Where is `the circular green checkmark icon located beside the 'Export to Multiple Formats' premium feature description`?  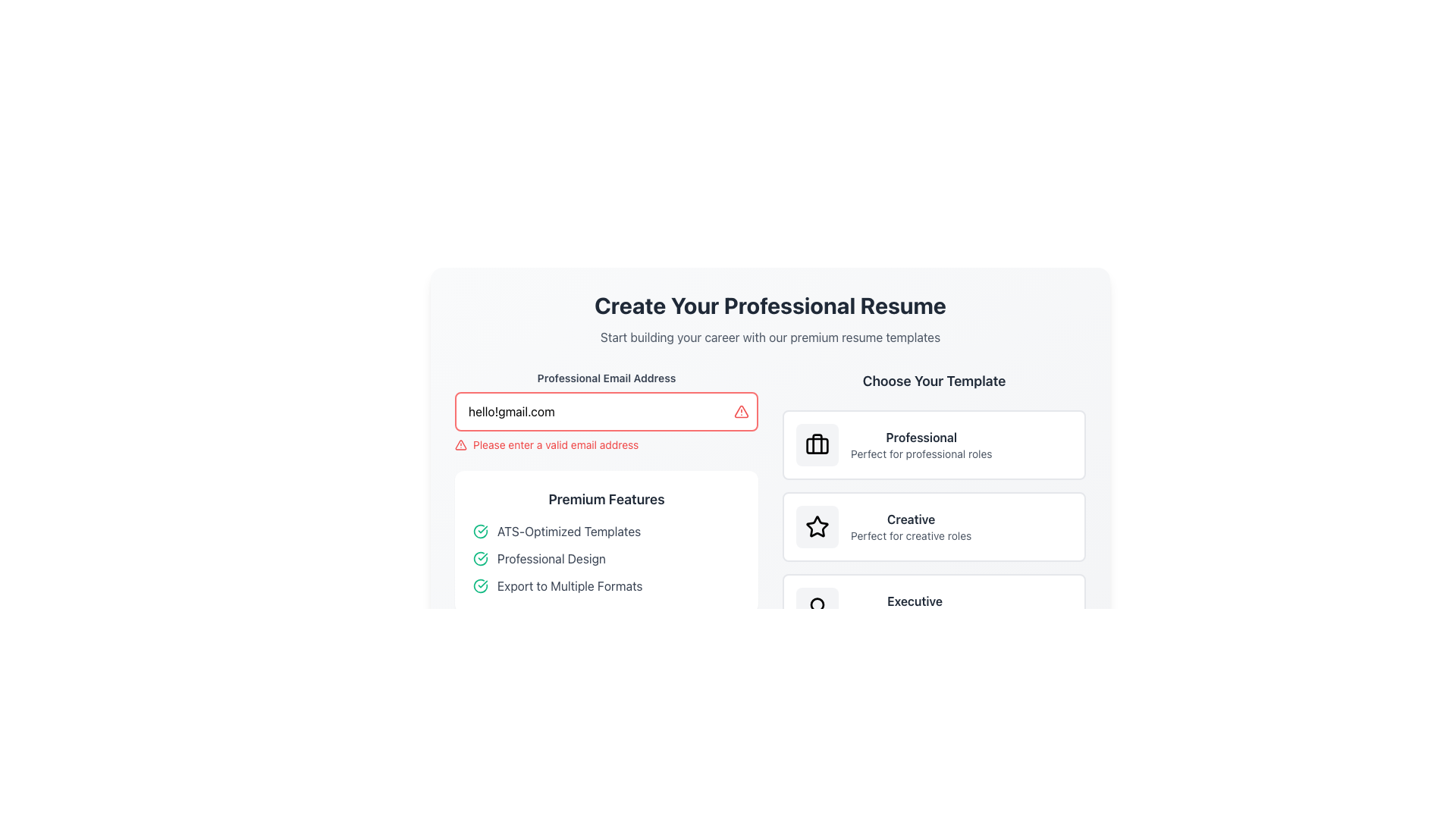 the circular green checkmark icon located beside the 'Export to Multiple Formats' premium feature description is located at coordinates (479, 585).